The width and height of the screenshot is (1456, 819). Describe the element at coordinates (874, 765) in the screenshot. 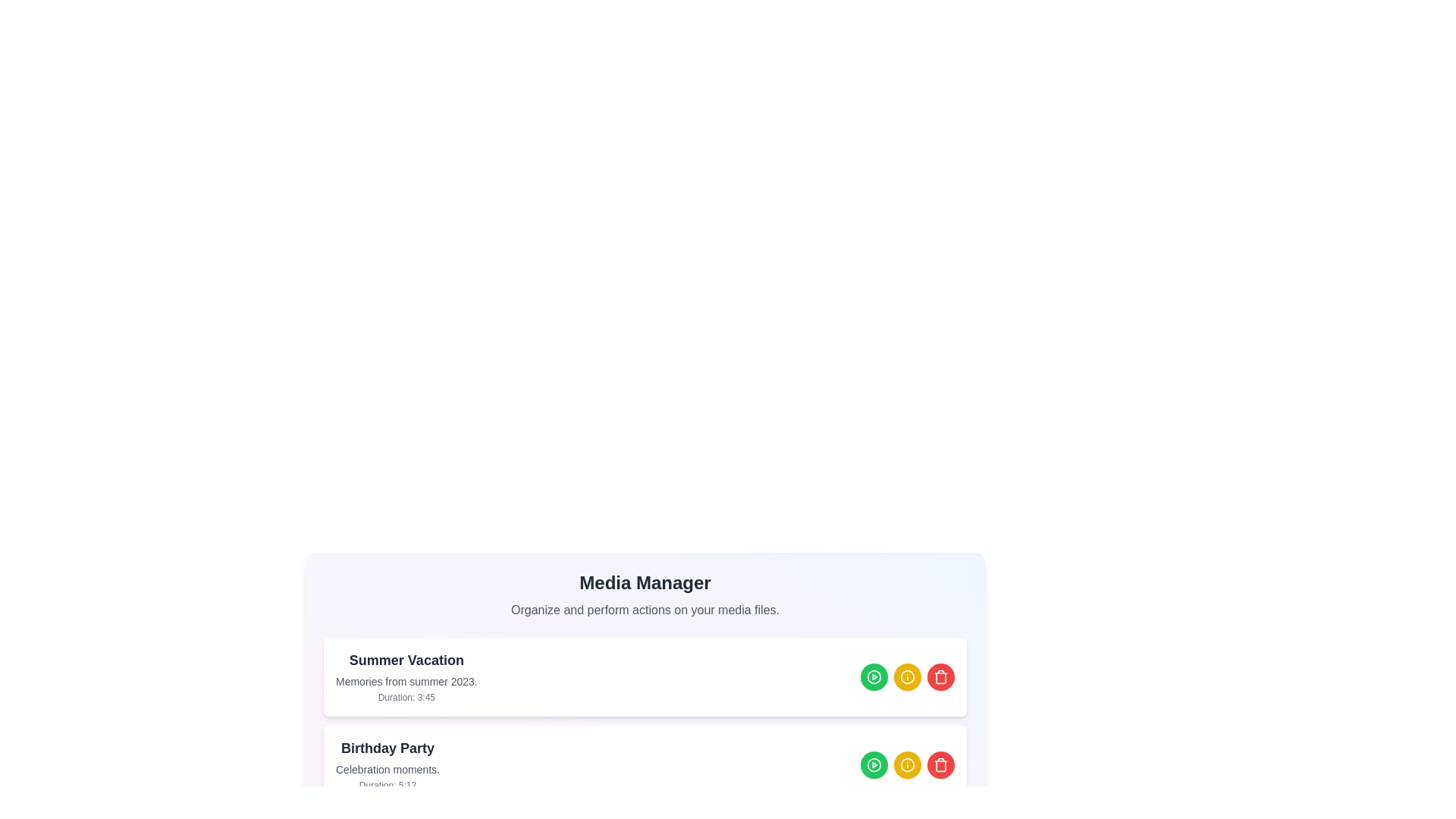

I see `play button for the media item titled 'Birthday Party'` at that location.